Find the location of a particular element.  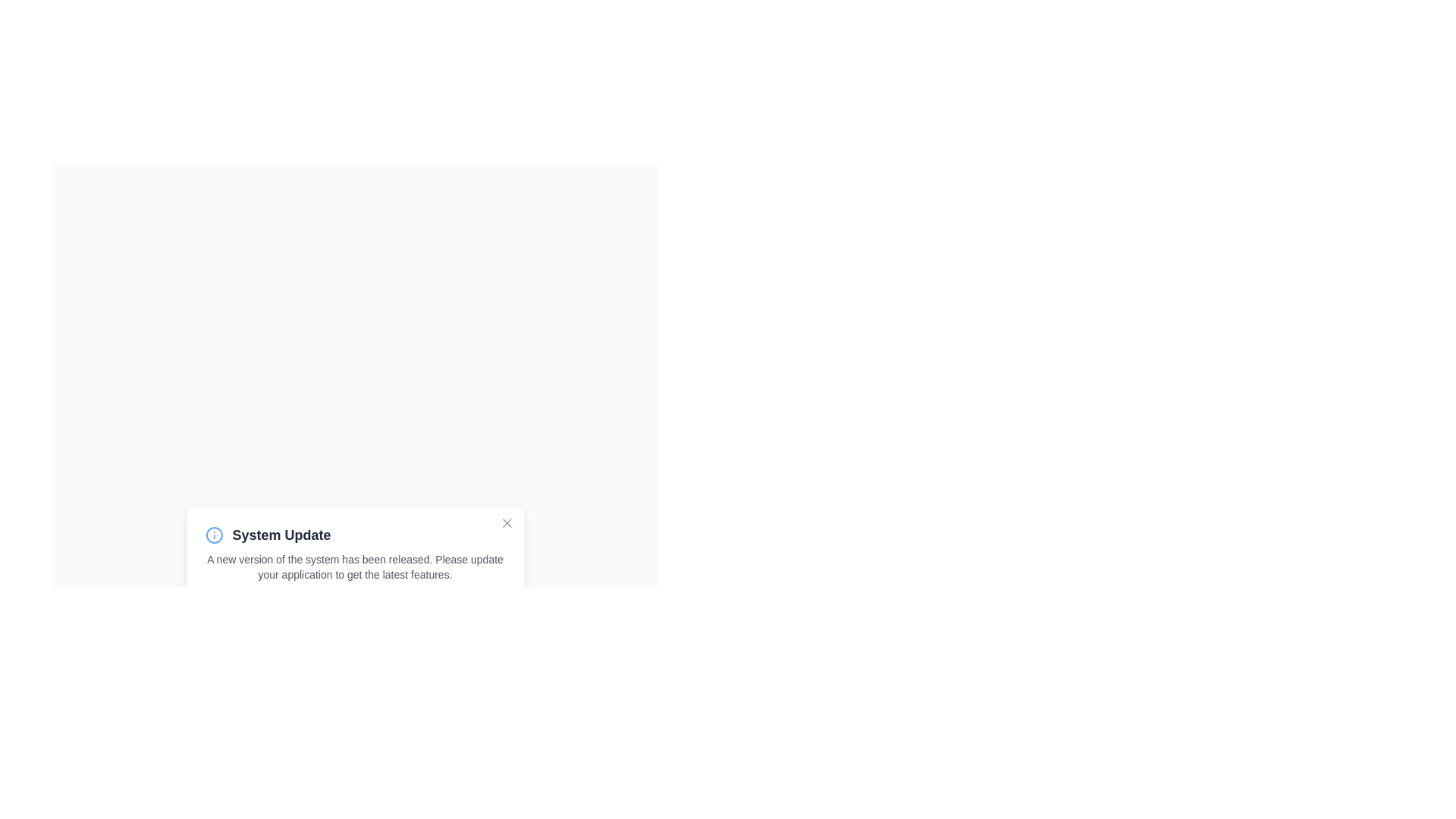

the 'System Update' text label displayed in bold, dark gray color, located to the right of a blue circular icon with an information symbol is located at coordinates (281, 534).